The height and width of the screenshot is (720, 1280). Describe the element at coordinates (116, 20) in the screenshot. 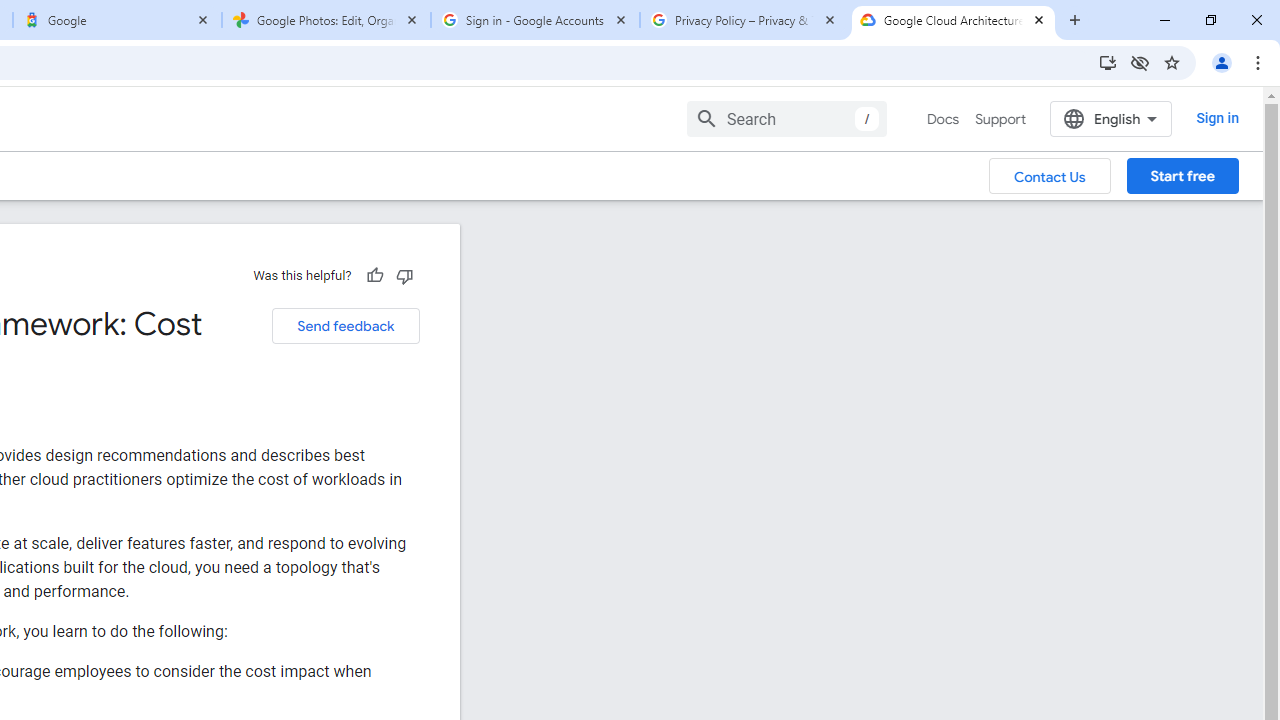

I see `'Google'` at that location.